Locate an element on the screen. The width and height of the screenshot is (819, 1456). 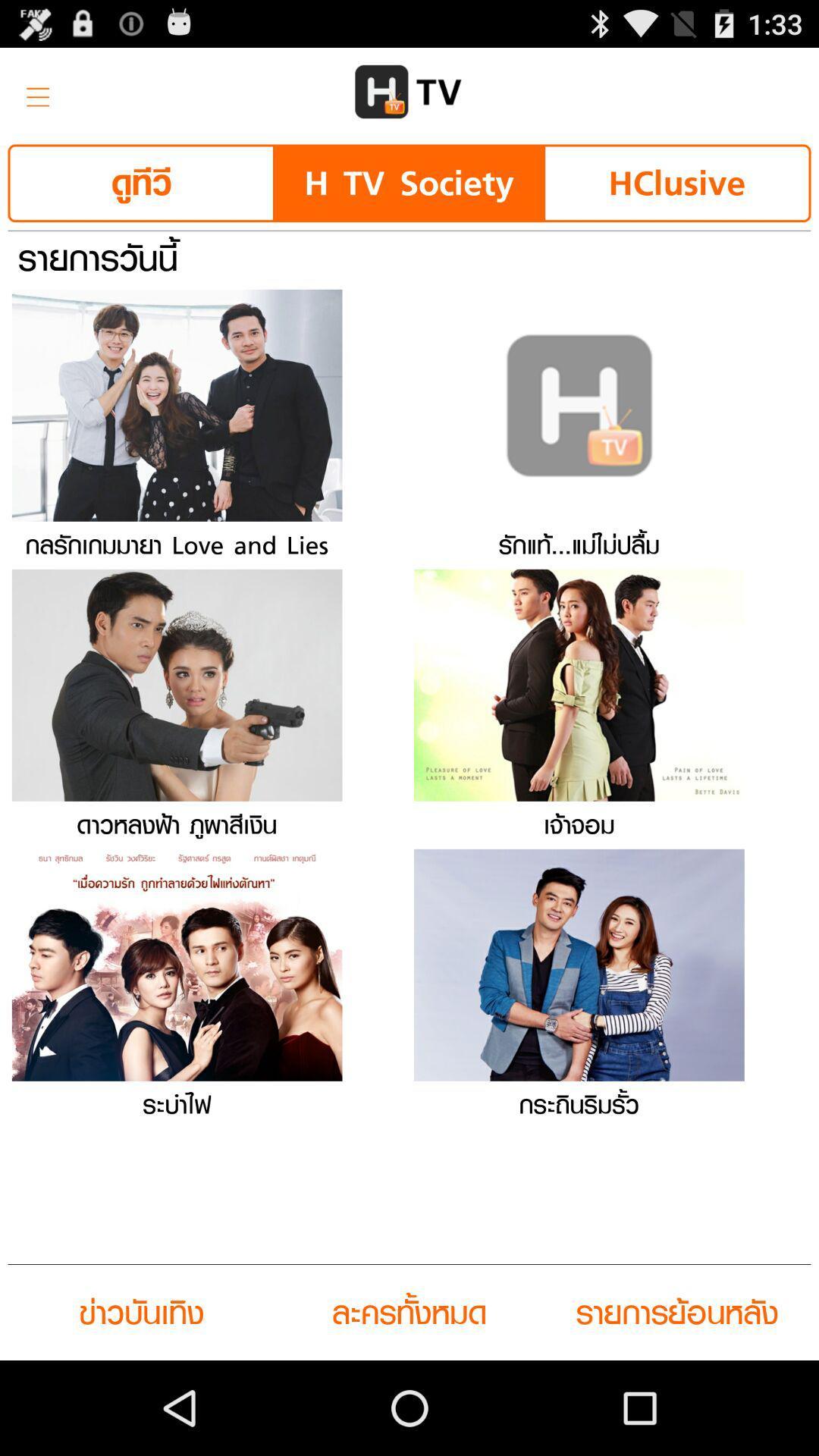
the item next to the hclusive button is located at coordinates (408, 182).